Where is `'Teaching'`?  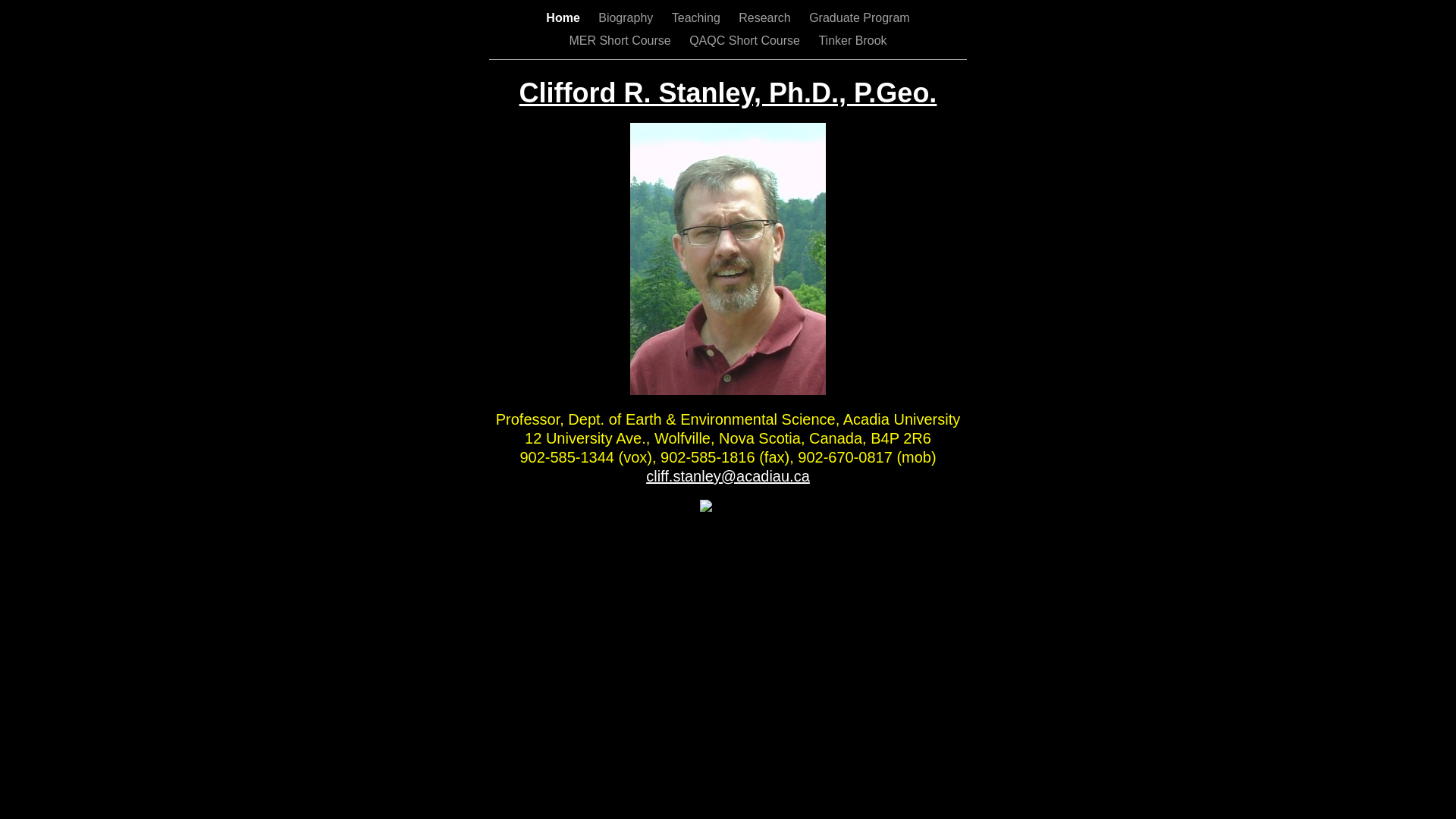
'Teaching' is located at coordinates (697, 17).